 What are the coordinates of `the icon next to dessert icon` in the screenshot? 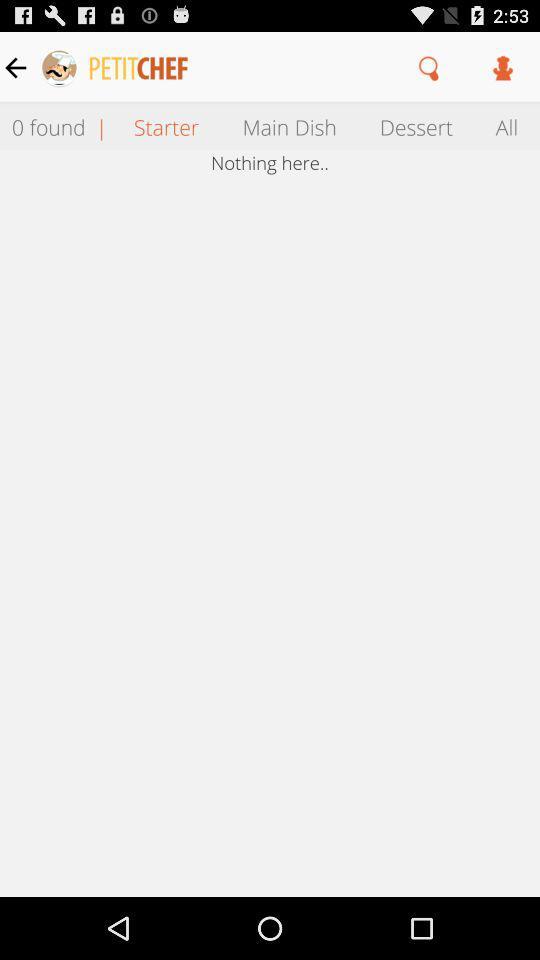 It's located at (288, 125).